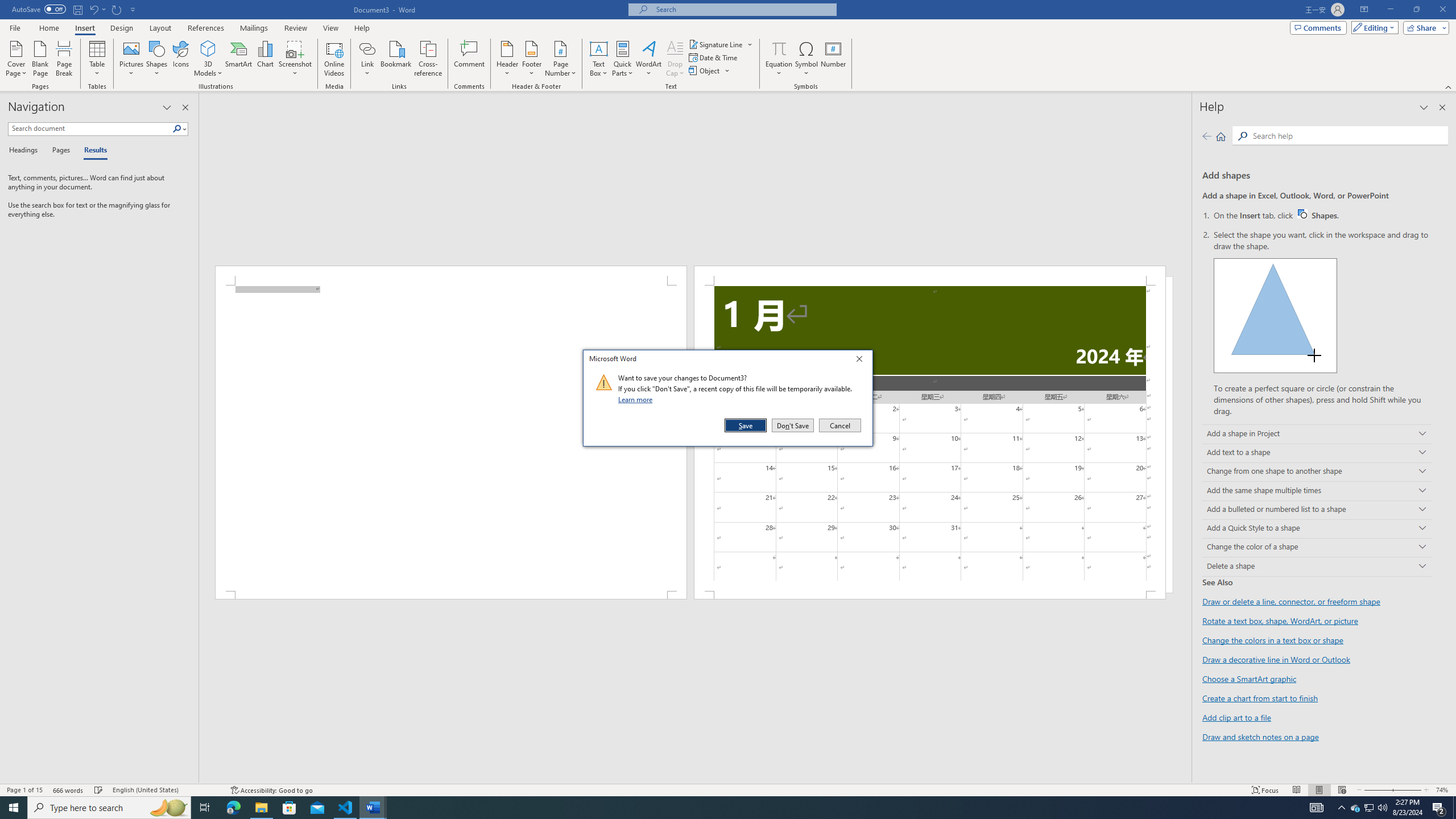  What do you see at coordinates (69, 790) in the screenshot?
I see `'Word Count 666 words'` at bounding box center [69, 790].